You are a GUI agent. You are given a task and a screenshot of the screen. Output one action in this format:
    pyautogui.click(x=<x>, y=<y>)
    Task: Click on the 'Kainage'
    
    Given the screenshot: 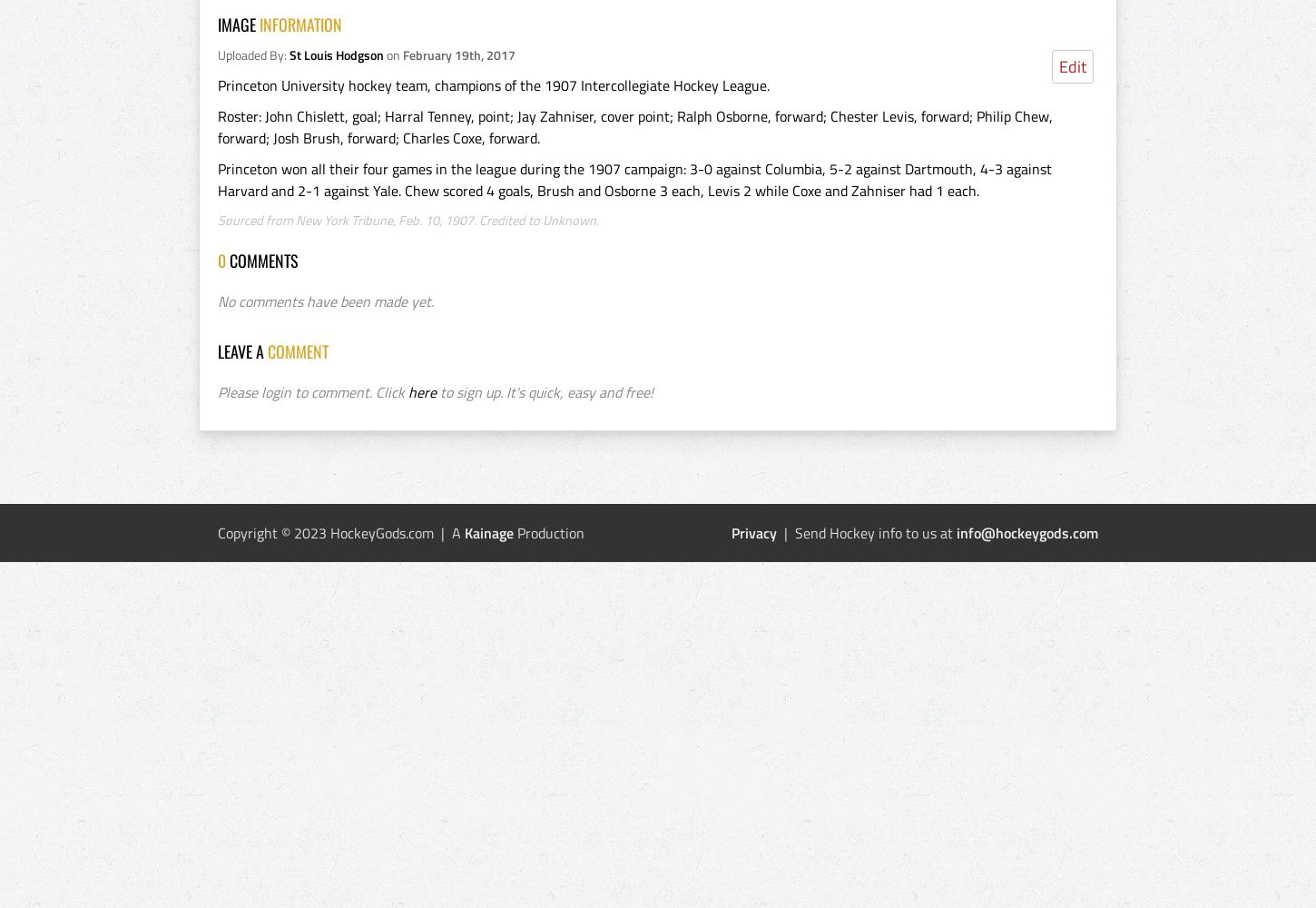 What is the action you would take?
    pyautogui.click(x=488, y=532)
    